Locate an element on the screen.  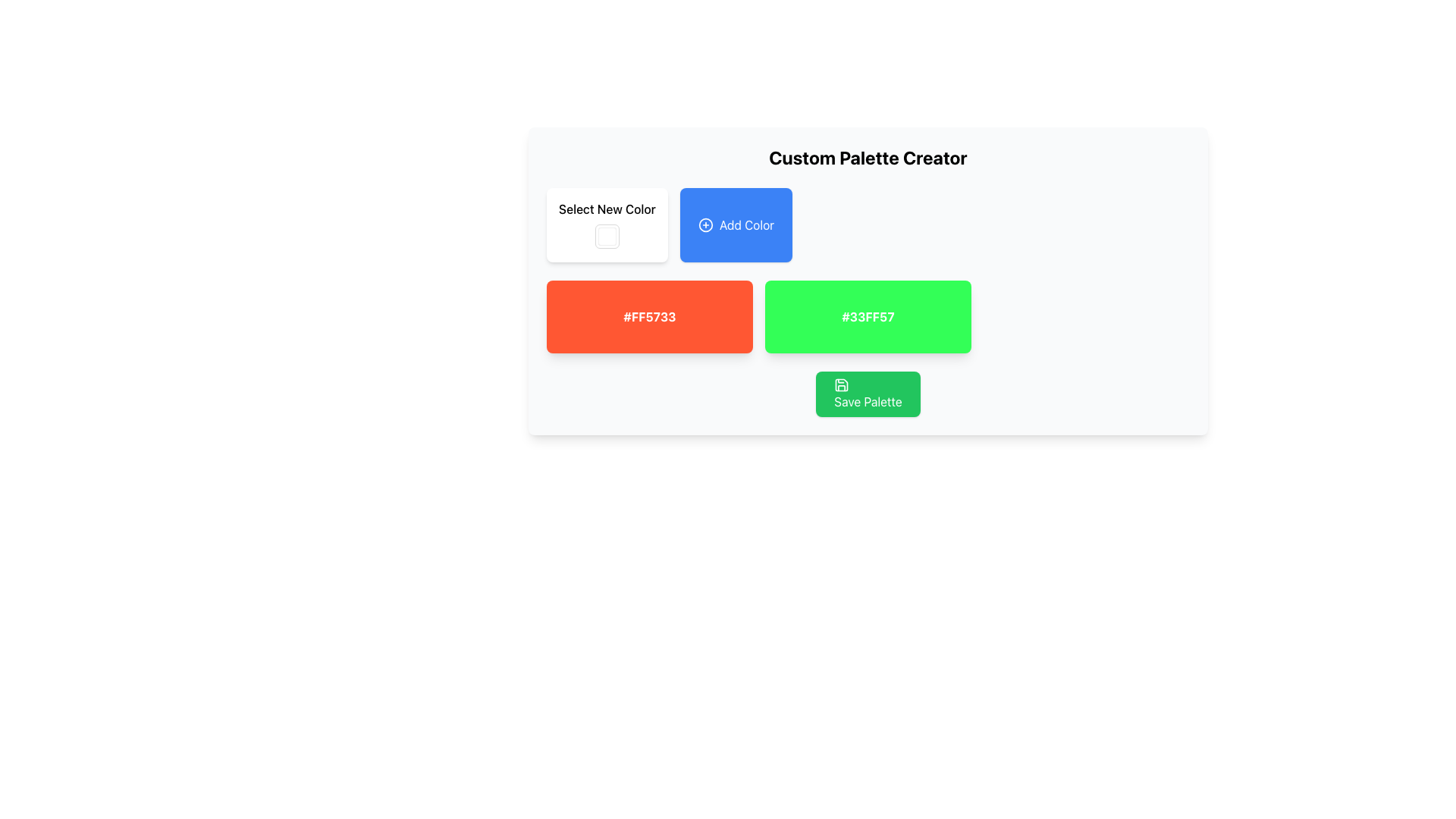
the SVG Circle element that is centered inside the 'Add Color' button, which has a thin outline and no fill is located at coordinates (704, 225).